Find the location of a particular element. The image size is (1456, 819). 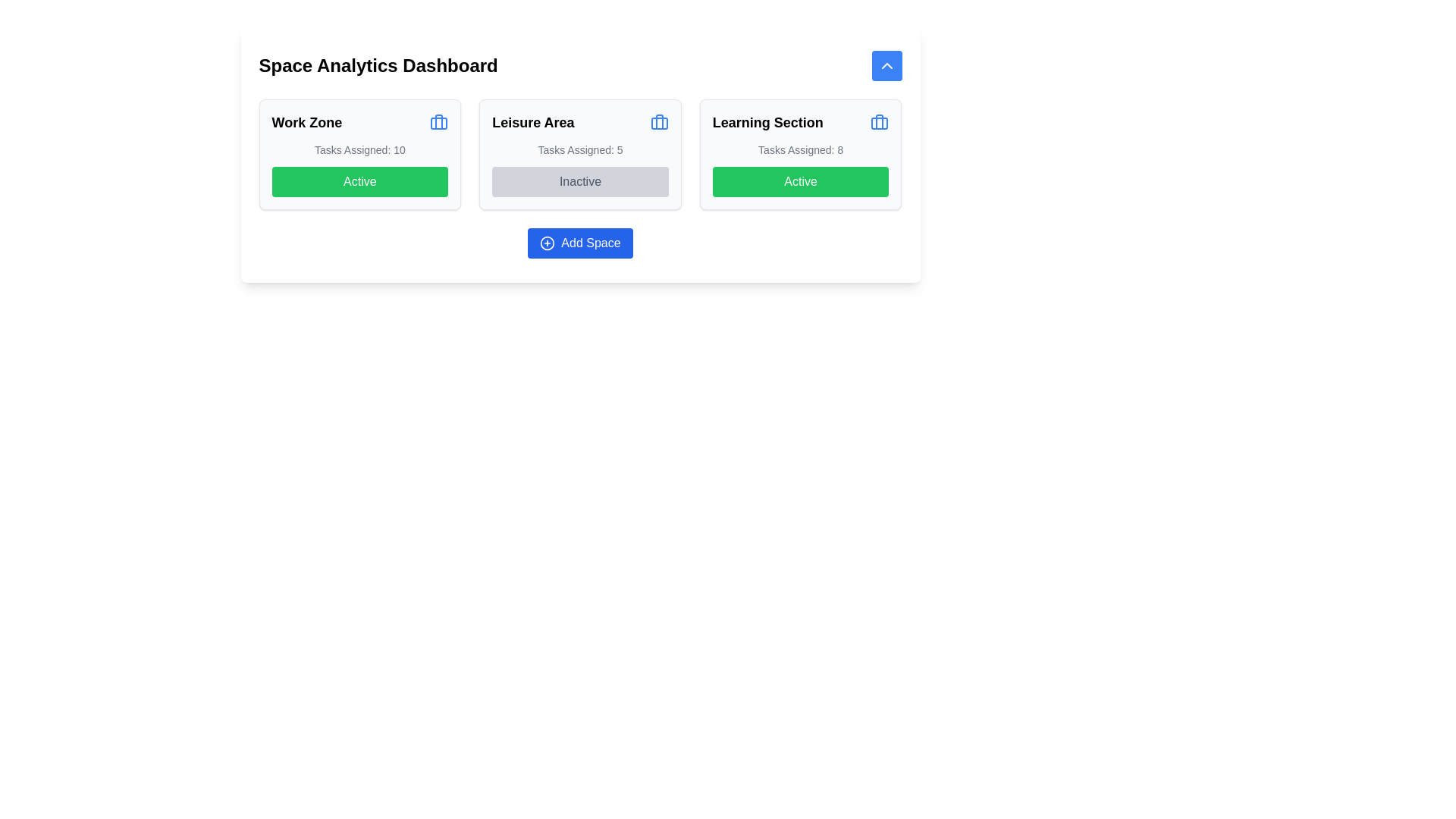

the icon associated with the 'Work Zone' label located at the top left corner of the dashboard card is located at coordinates (359, 122).